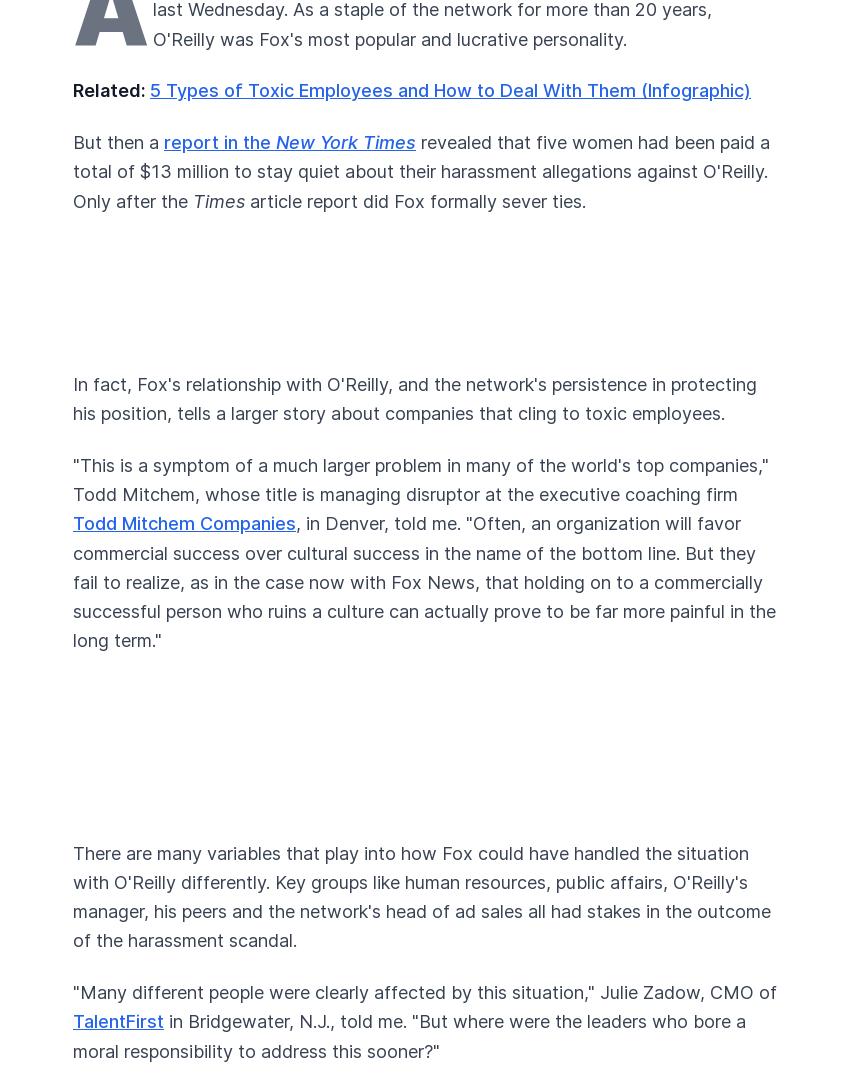  I want to click on 'By        Emily Reynolds Bergh', so click(219, 134).